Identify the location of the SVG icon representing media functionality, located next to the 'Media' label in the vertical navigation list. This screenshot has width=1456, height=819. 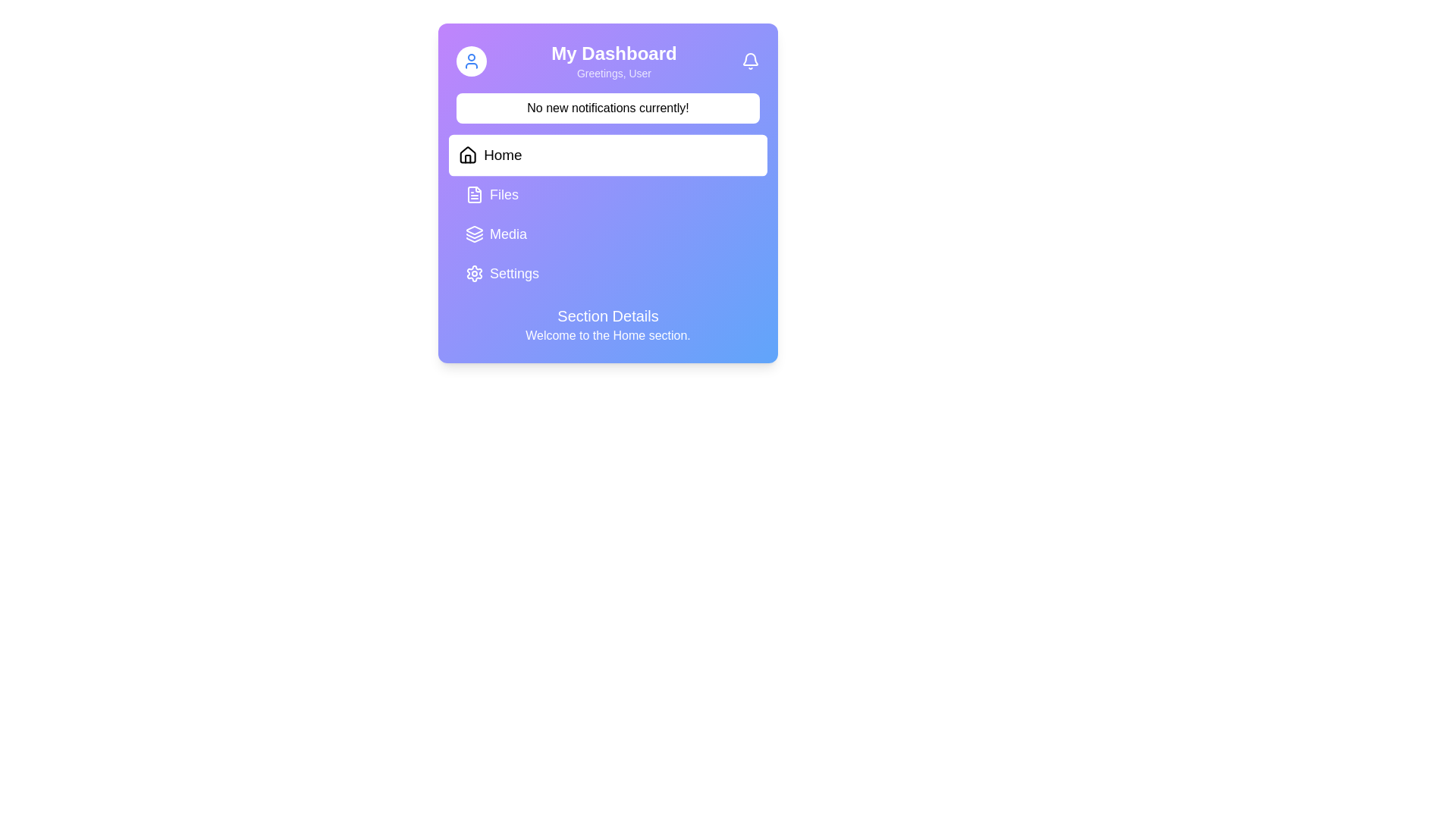
(473, 234).